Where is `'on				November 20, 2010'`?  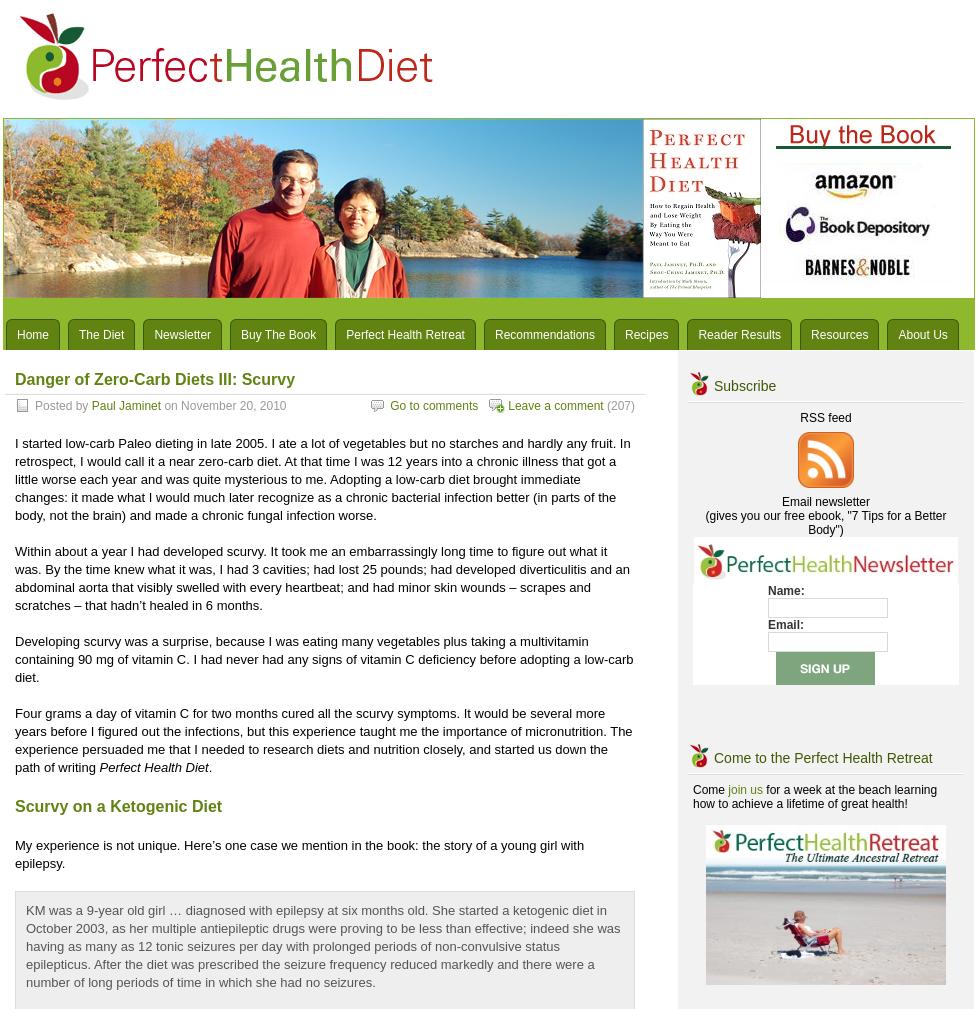 'on				November 20, 2010' is located at coordinates (223, 405).